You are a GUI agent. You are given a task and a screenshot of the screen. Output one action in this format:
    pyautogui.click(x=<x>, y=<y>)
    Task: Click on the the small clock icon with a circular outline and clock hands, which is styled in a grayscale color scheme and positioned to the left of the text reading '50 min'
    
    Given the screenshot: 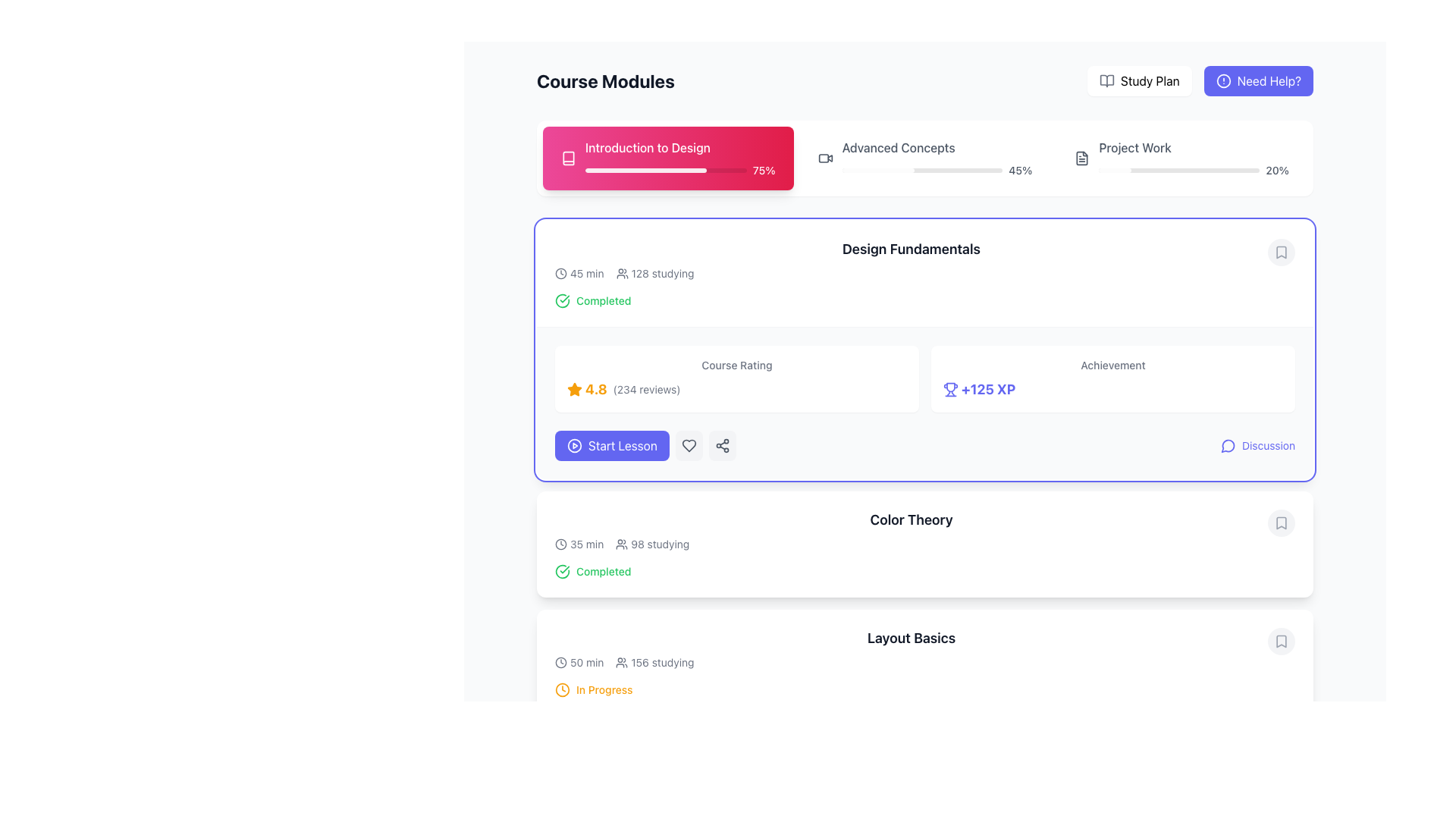 What is the action you would take?
    pyautogui.click(x=560, y=662)
    